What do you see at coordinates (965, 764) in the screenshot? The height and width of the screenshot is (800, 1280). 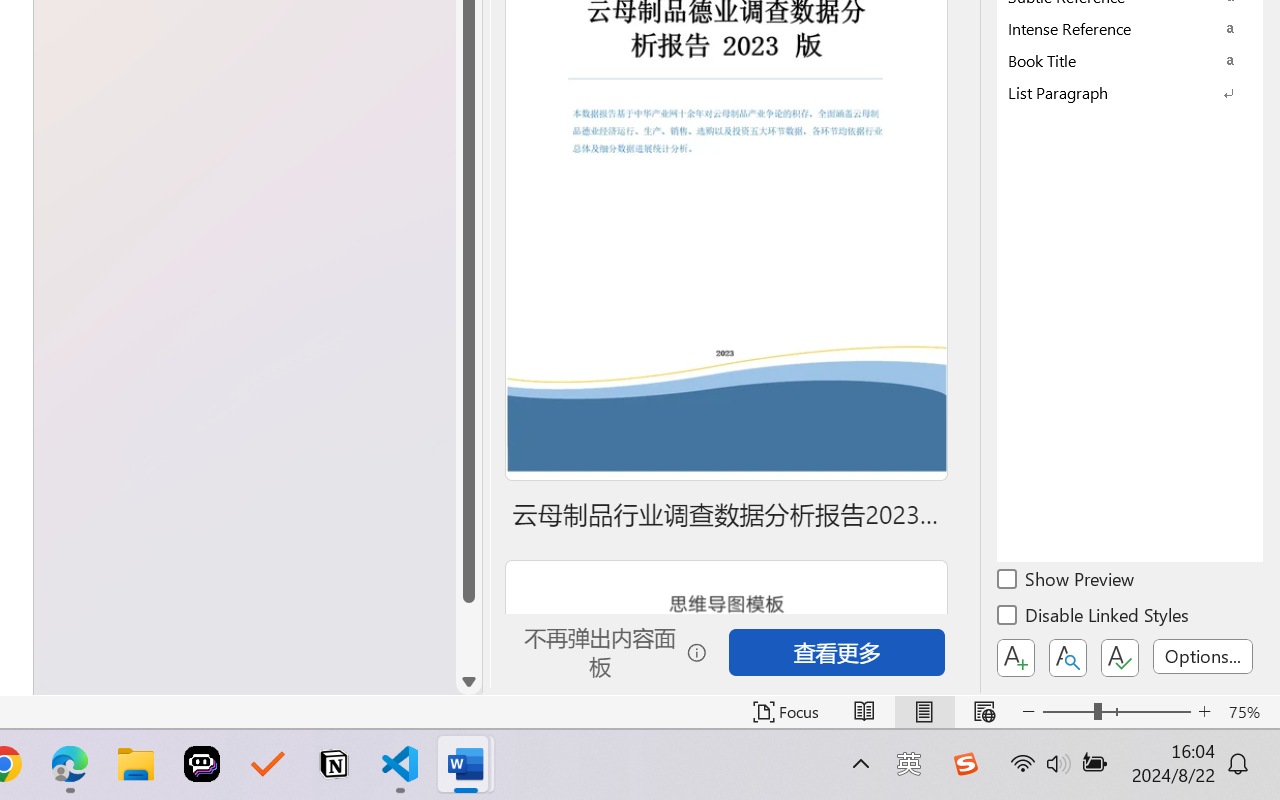 I see `'Class: Image'` at bounding box center [965, 764].